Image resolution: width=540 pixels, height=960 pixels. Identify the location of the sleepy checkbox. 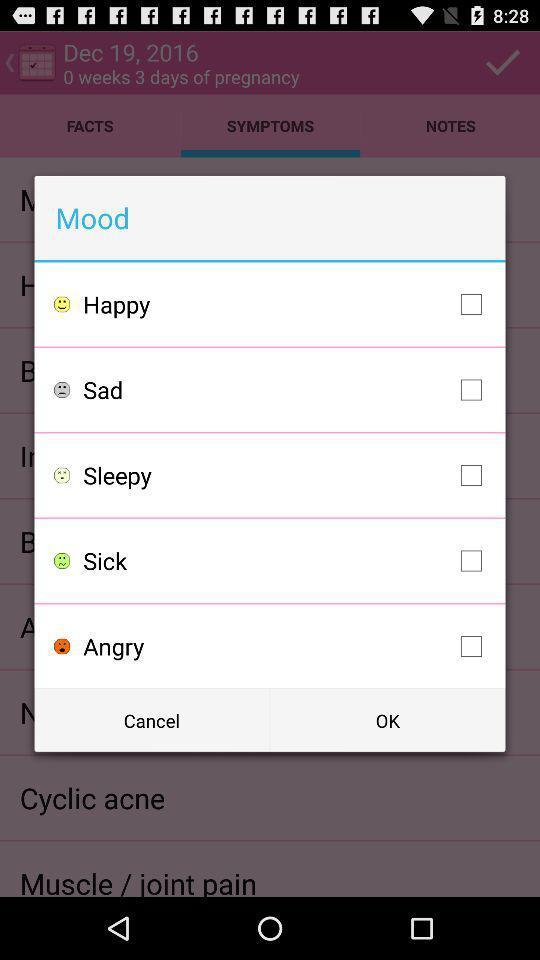
(286, 475).